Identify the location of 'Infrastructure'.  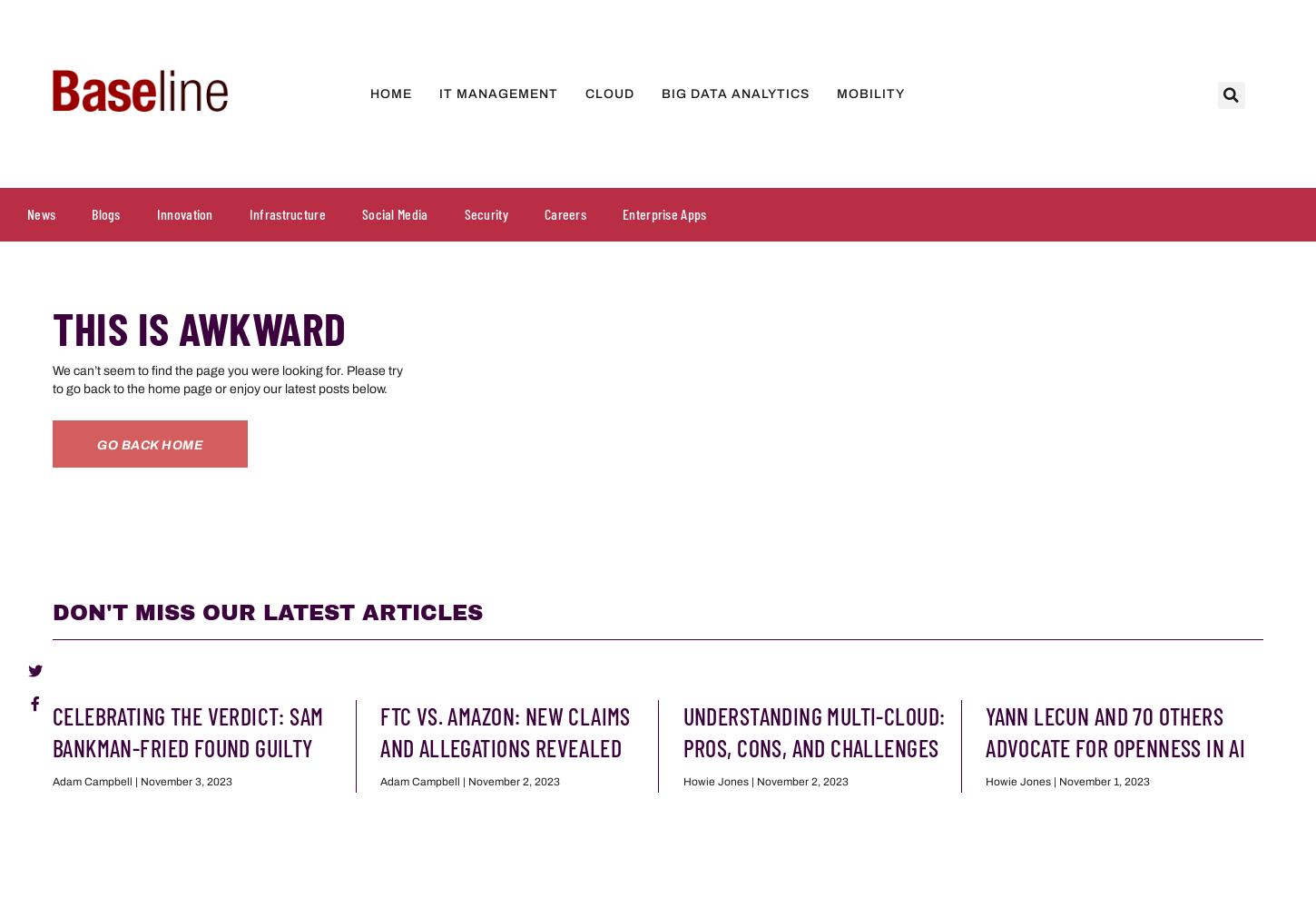
(286, 212).